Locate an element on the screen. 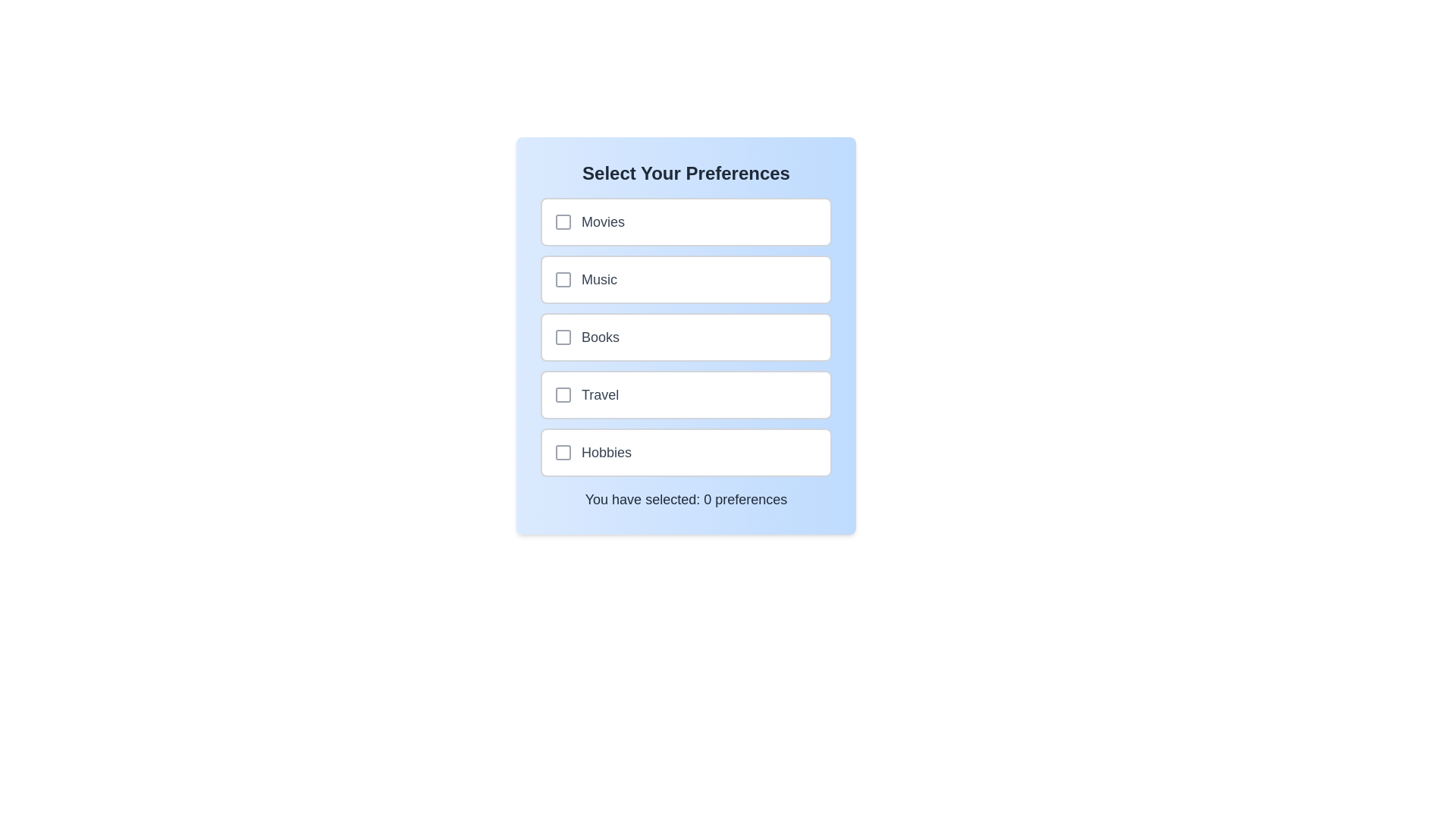 This screenshot has width=1456, height=819. the preference option Travel to observe the hover effect is located at coordinates (686, 394).